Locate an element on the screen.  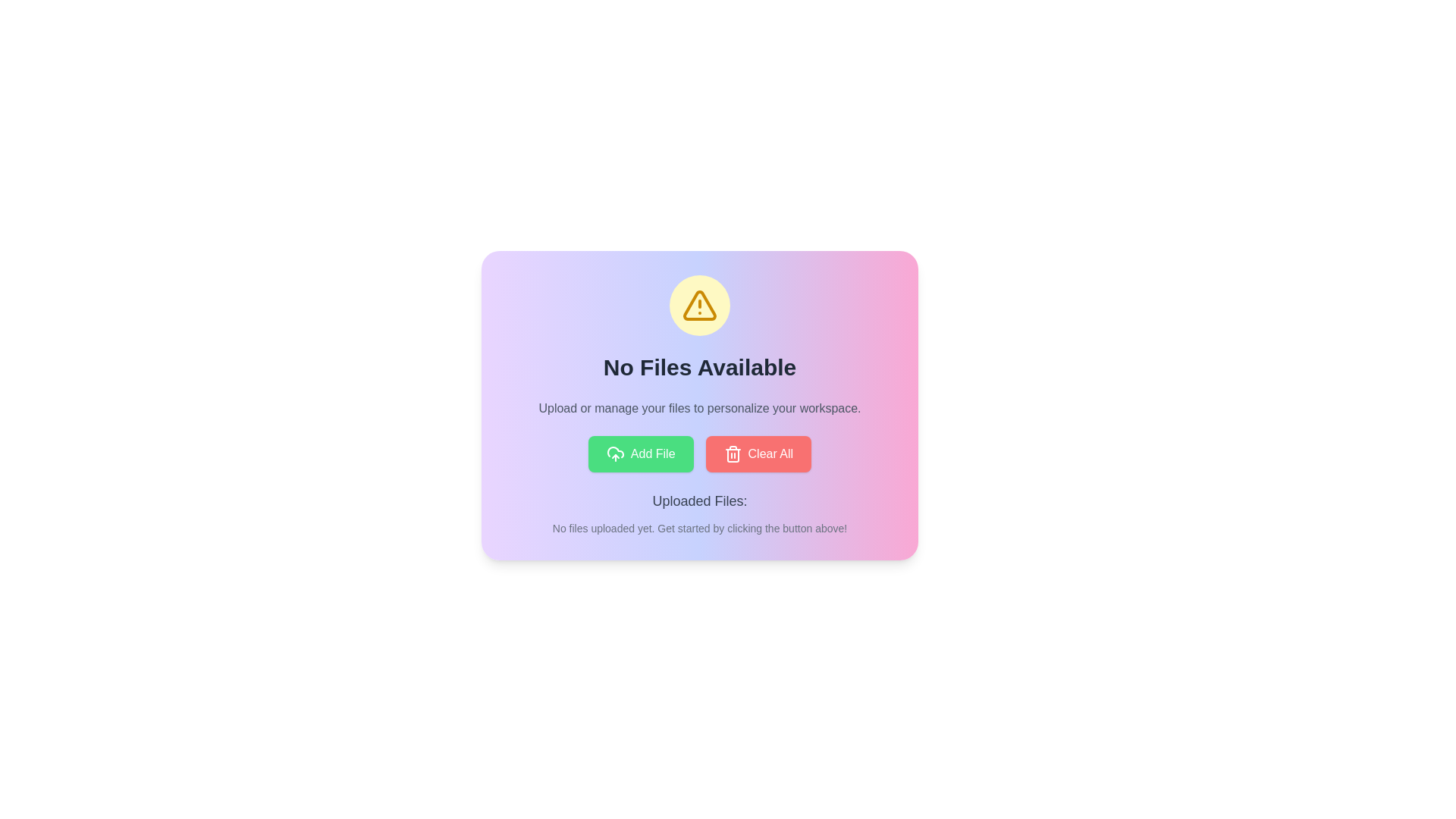
the 'Clear All' button icon, which features a trash can symbol on a red rectangular background is located at coordinates (733, 455).